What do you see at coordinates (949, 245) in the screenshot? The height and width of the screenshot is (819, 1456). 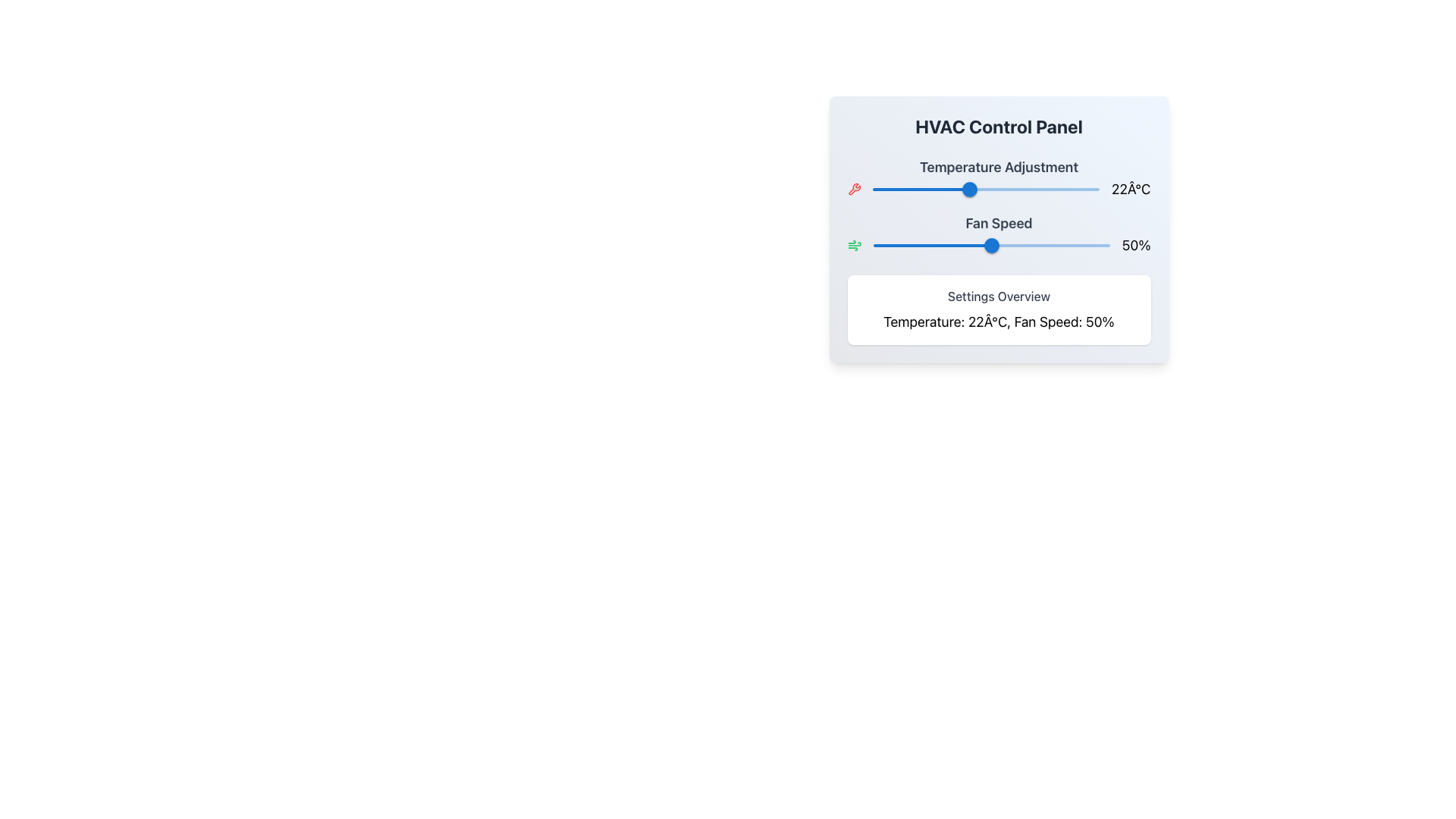 I see `the fan speed` at bounding box center [949, 245].